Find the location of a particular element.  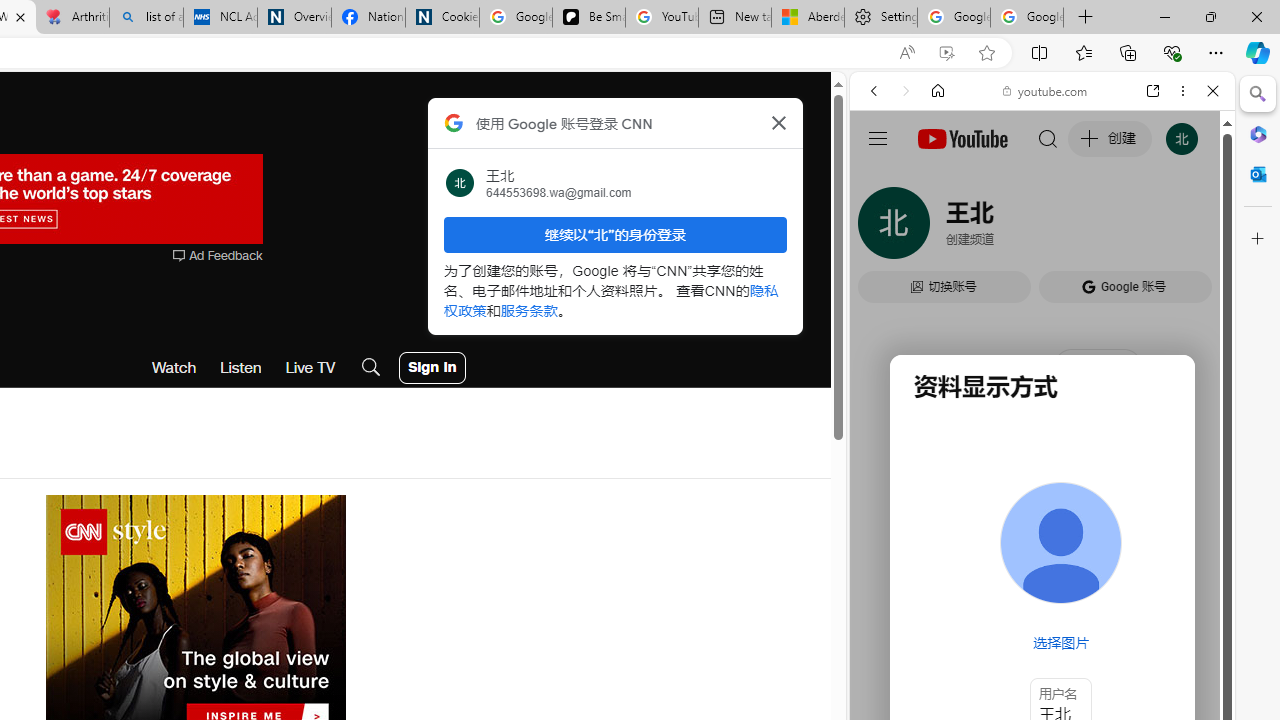

'Close Customize pane' is located at coordinates (1257, 238).